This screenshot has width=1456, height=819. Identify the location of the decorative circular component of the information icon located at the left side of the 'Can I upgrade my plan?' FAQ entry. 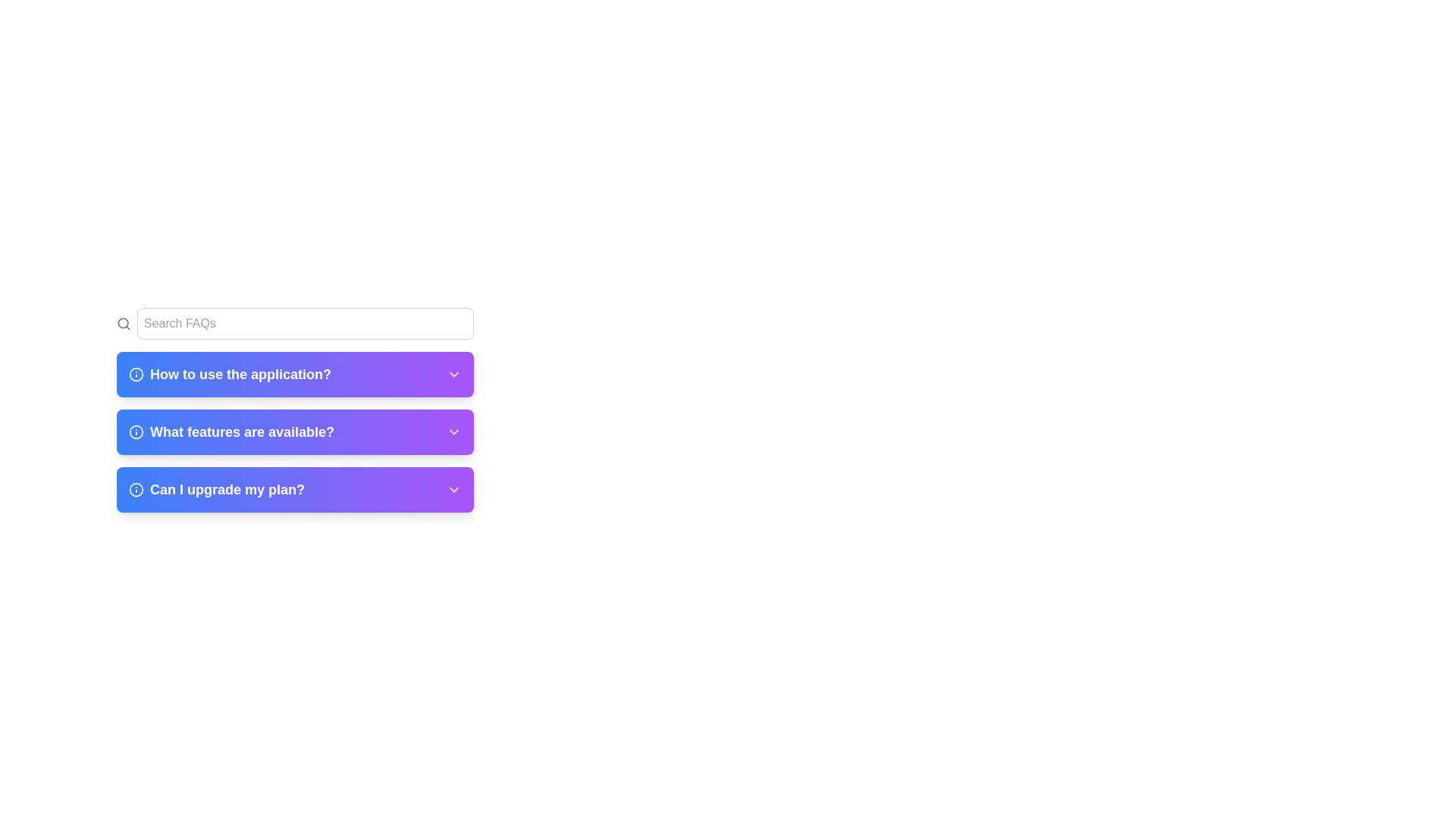
(136, 489).